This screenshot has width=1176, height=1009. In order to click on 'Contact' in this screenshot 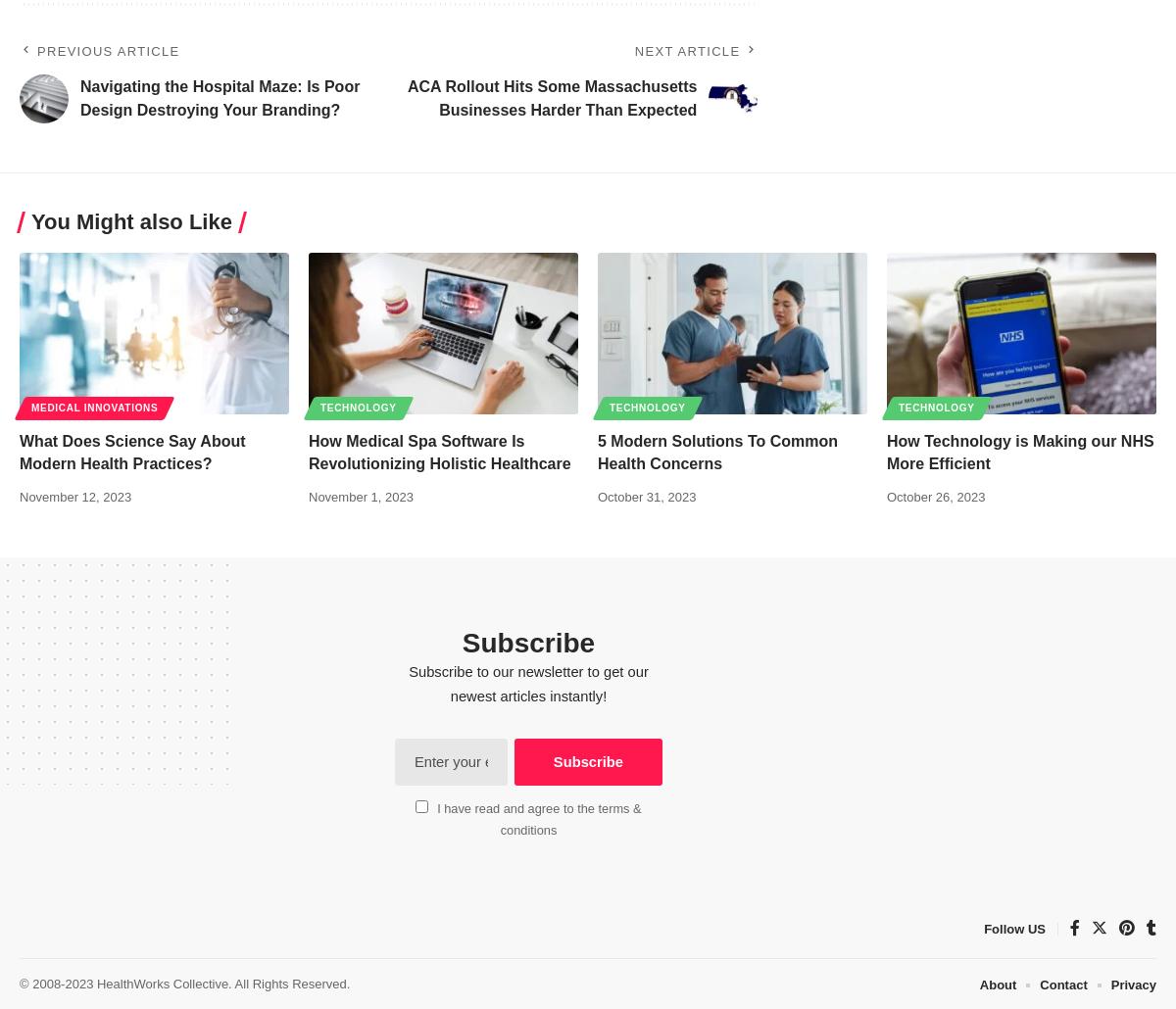, I will do `click(1062, 984)`.